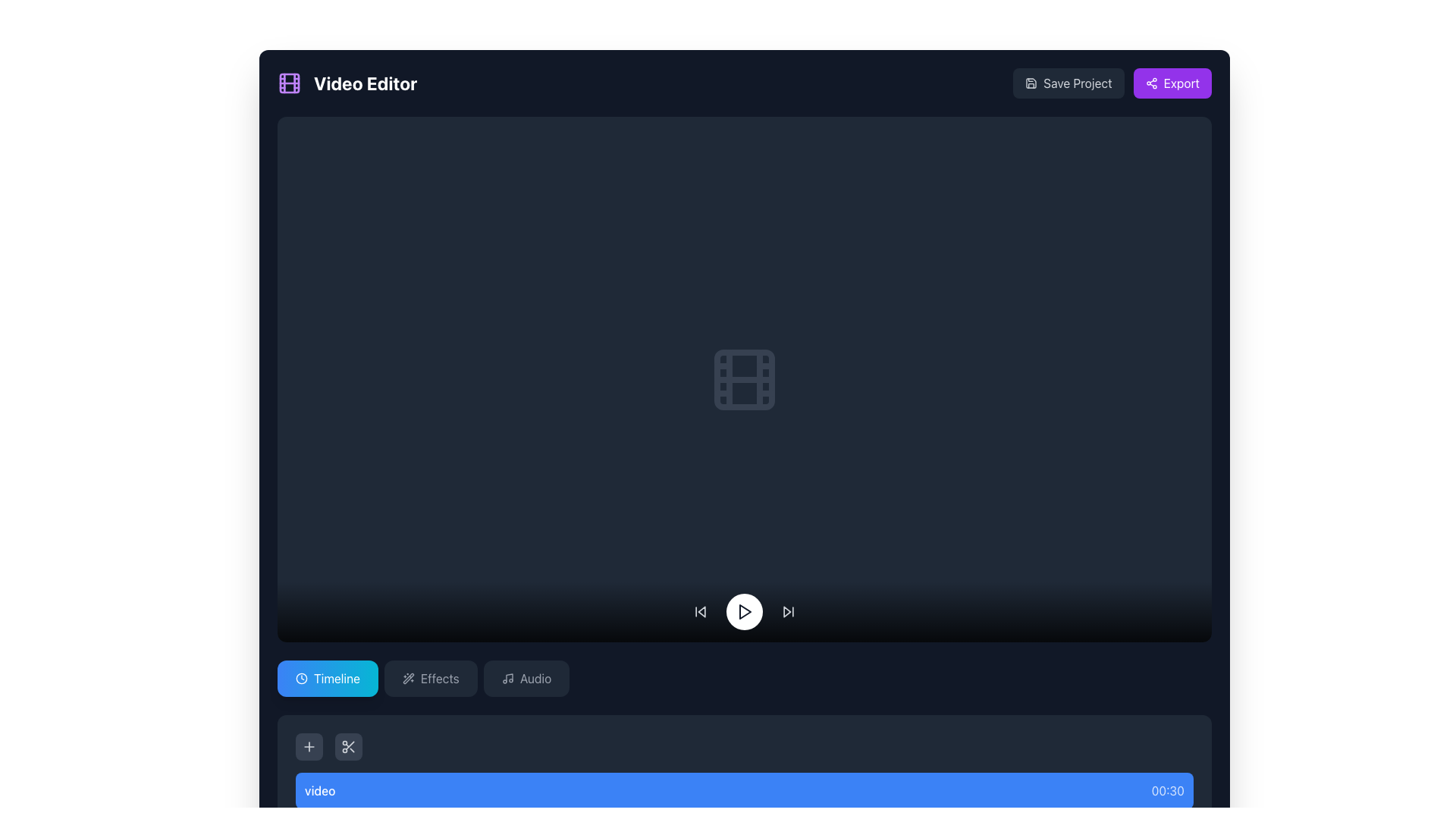 This screenshot has height=819, width=1456. What do you see at coordinates (430, 677) in the screenshot?
I see `the 'Effects' button, which is a rectangular button with rounded corners and a dark gray background, positioned below the main content area between 'Timeline' and 'Audio'` at bounding box center [430, 677].